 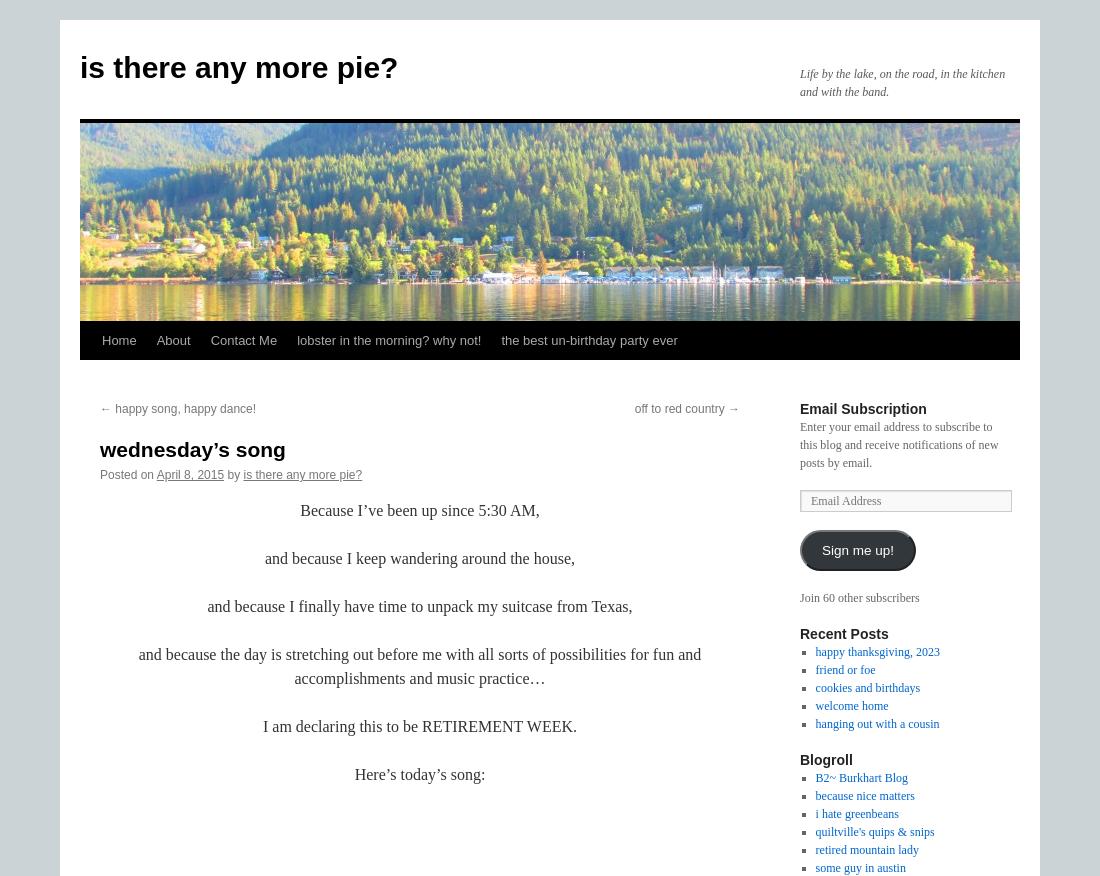 I want to click on 'because nice matters', so click(x=863, y=795).